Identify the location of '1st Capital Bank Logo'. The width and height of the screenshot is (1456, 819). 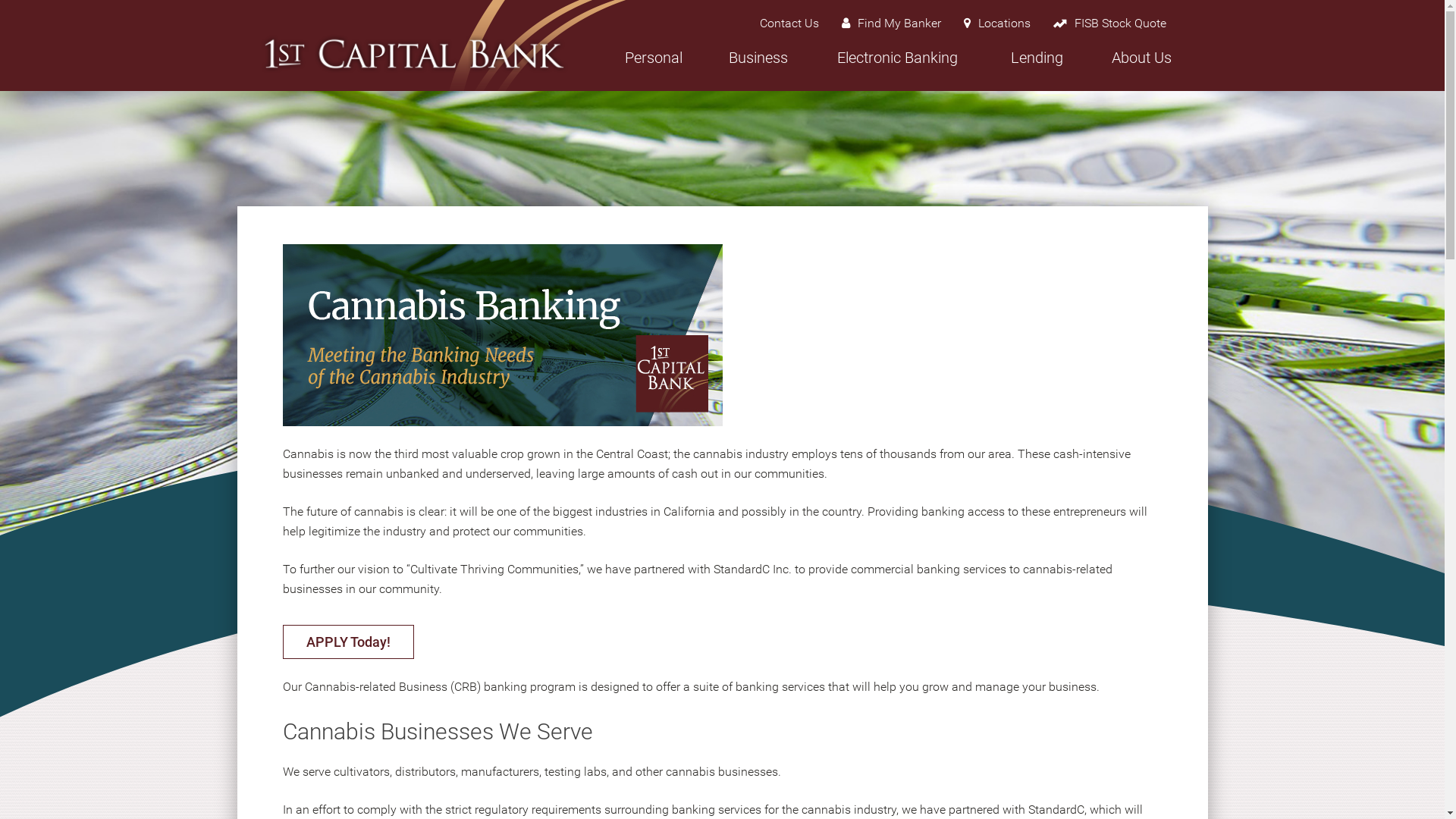
(413, 52).